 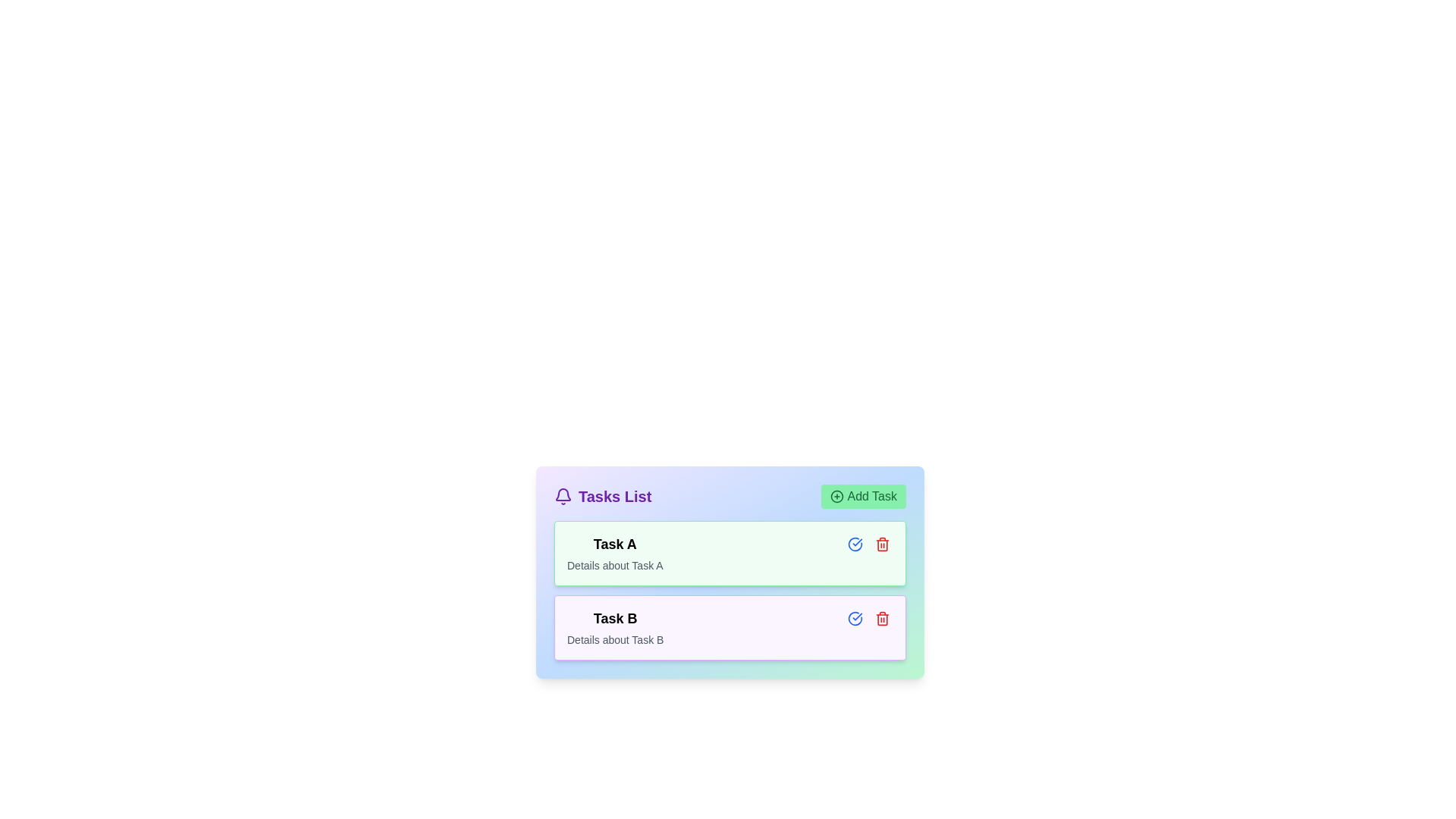 What do you see at coordinates (563, 497) in the screenshot?
I see `the notification icon located at the upper-left part of the 'Tasks List' section, which is positioned before the text 'Tasks List'` at bounding box center [563, 497].